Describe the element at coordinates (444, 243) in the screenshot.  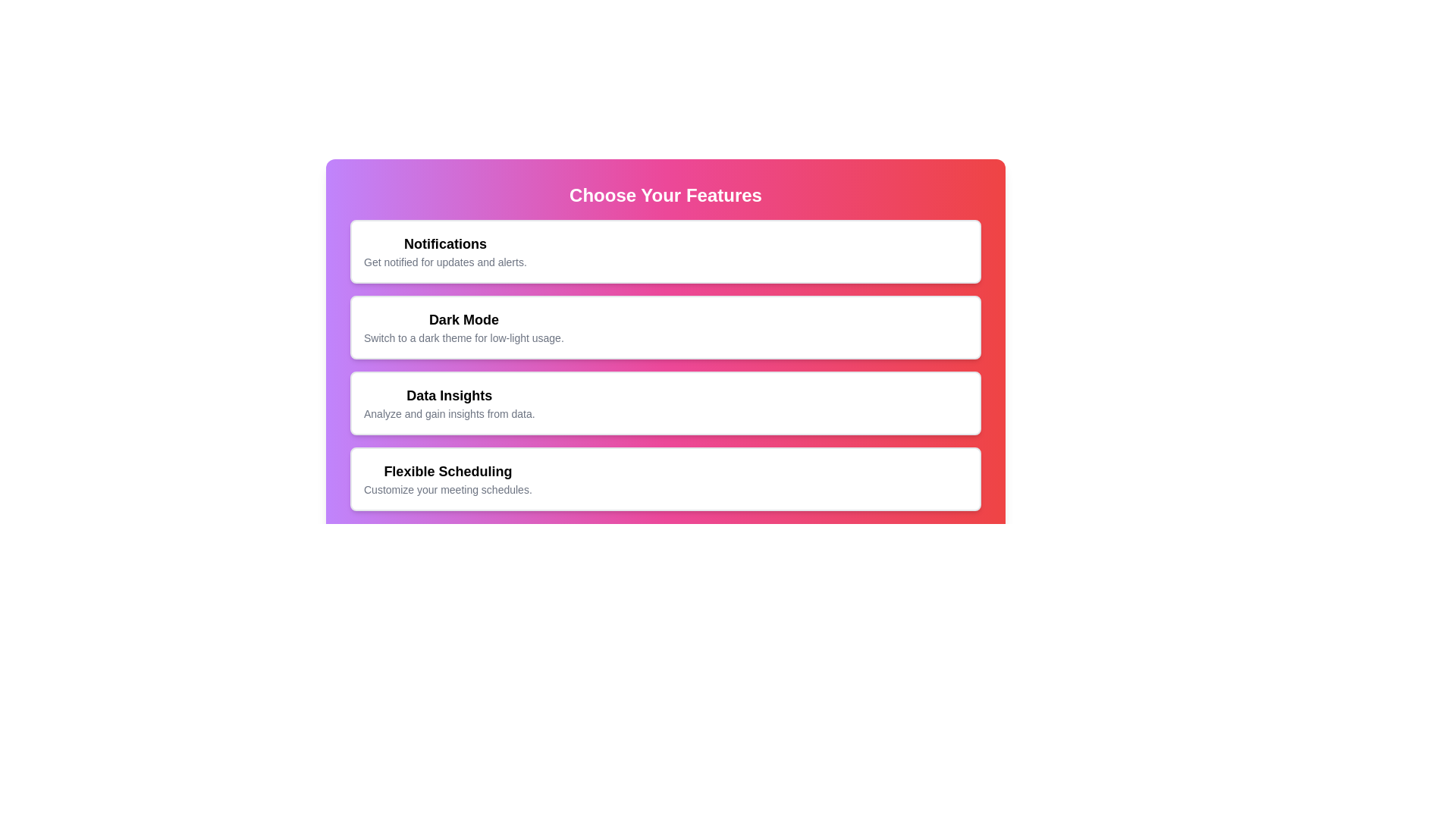
I see `the 'Notifications' header label` at that location.